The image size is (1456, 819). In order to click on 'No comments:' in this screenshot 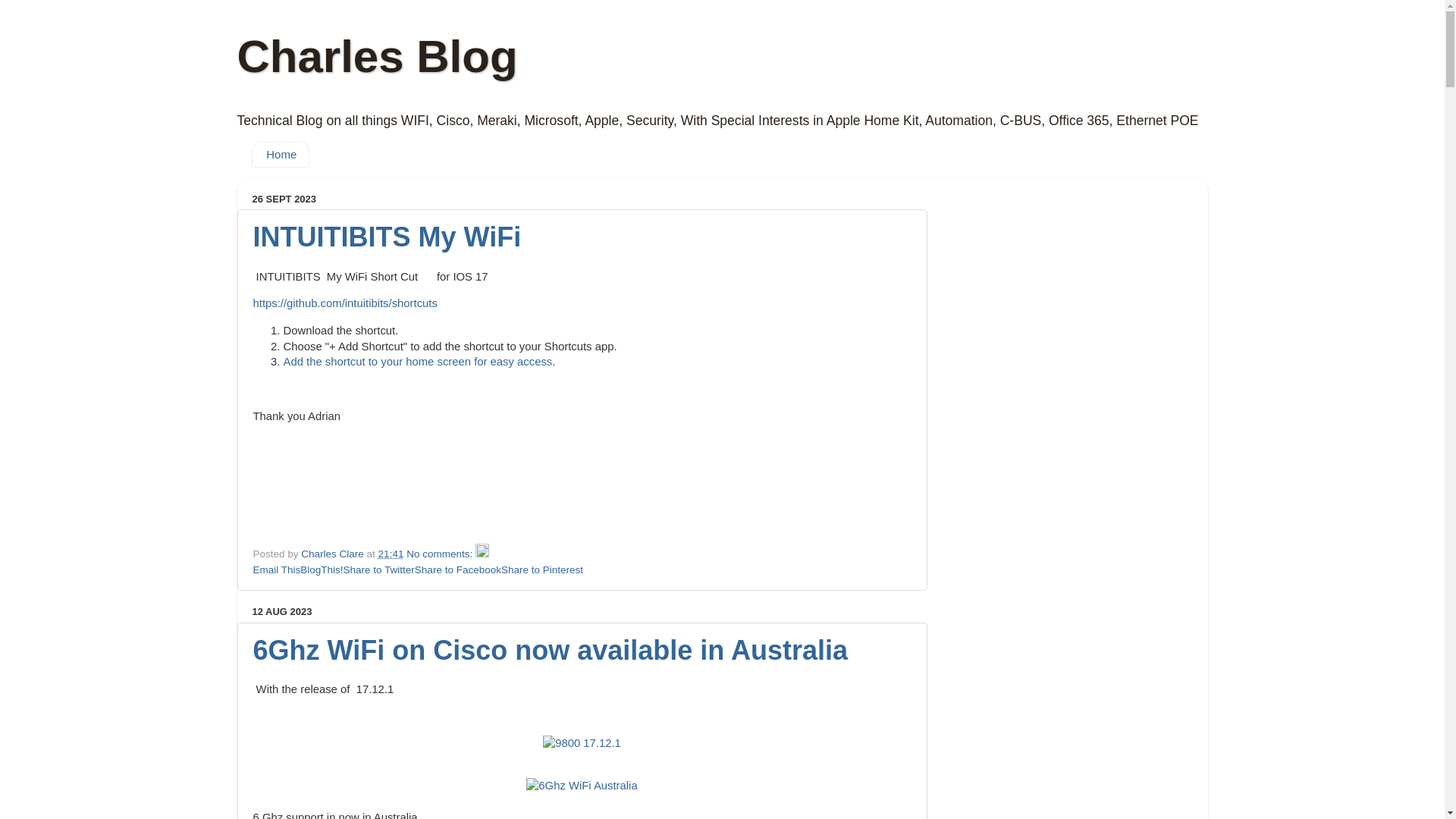, I will do `click(406, 554)`.